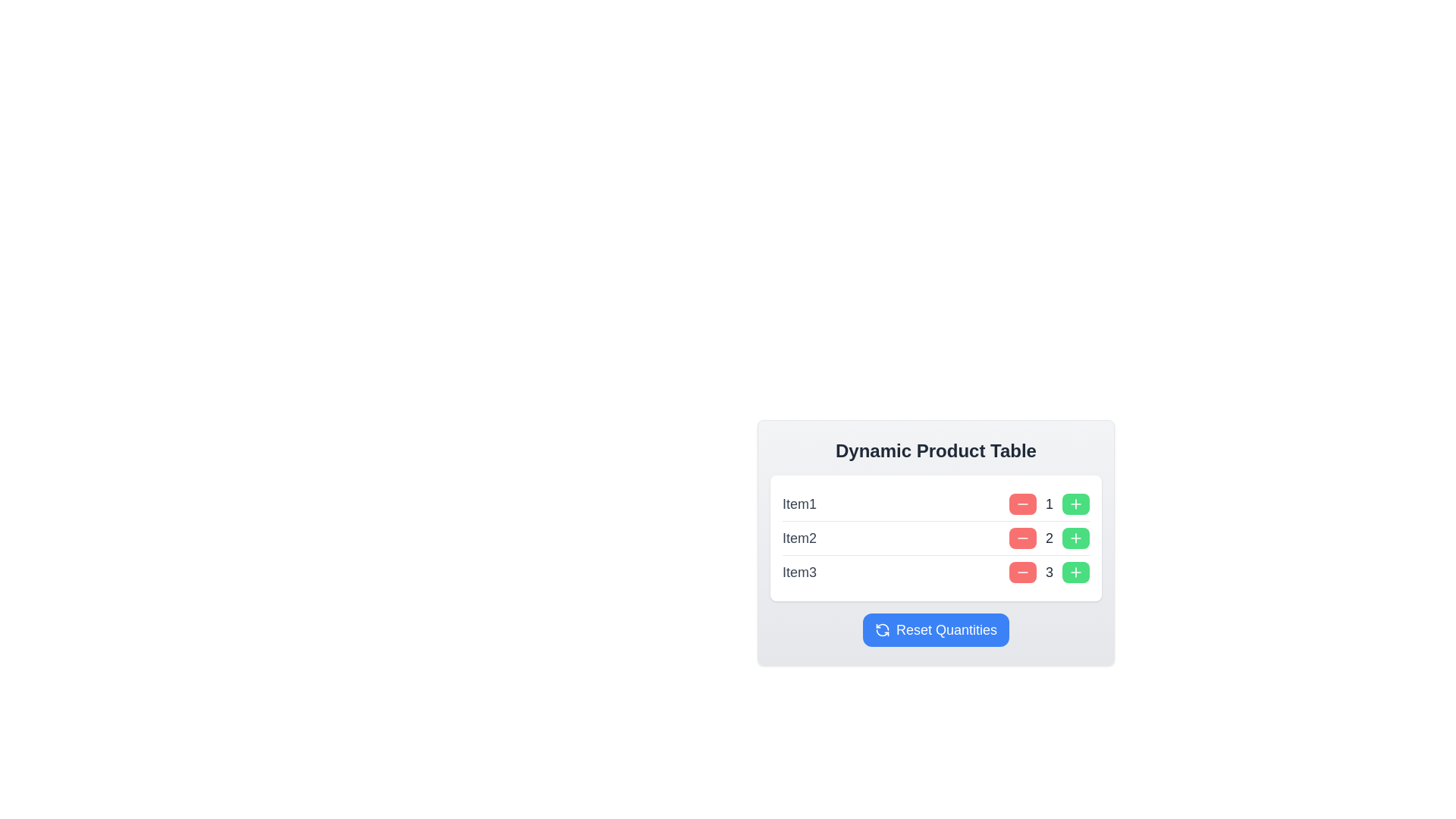 This screenshot has width=1456, height=819. I want to click on the numeric display showing the value '3', which is located between a red minus button on the left and a green plus button on the right in the third row of the product table interface, so click(1048, 573).